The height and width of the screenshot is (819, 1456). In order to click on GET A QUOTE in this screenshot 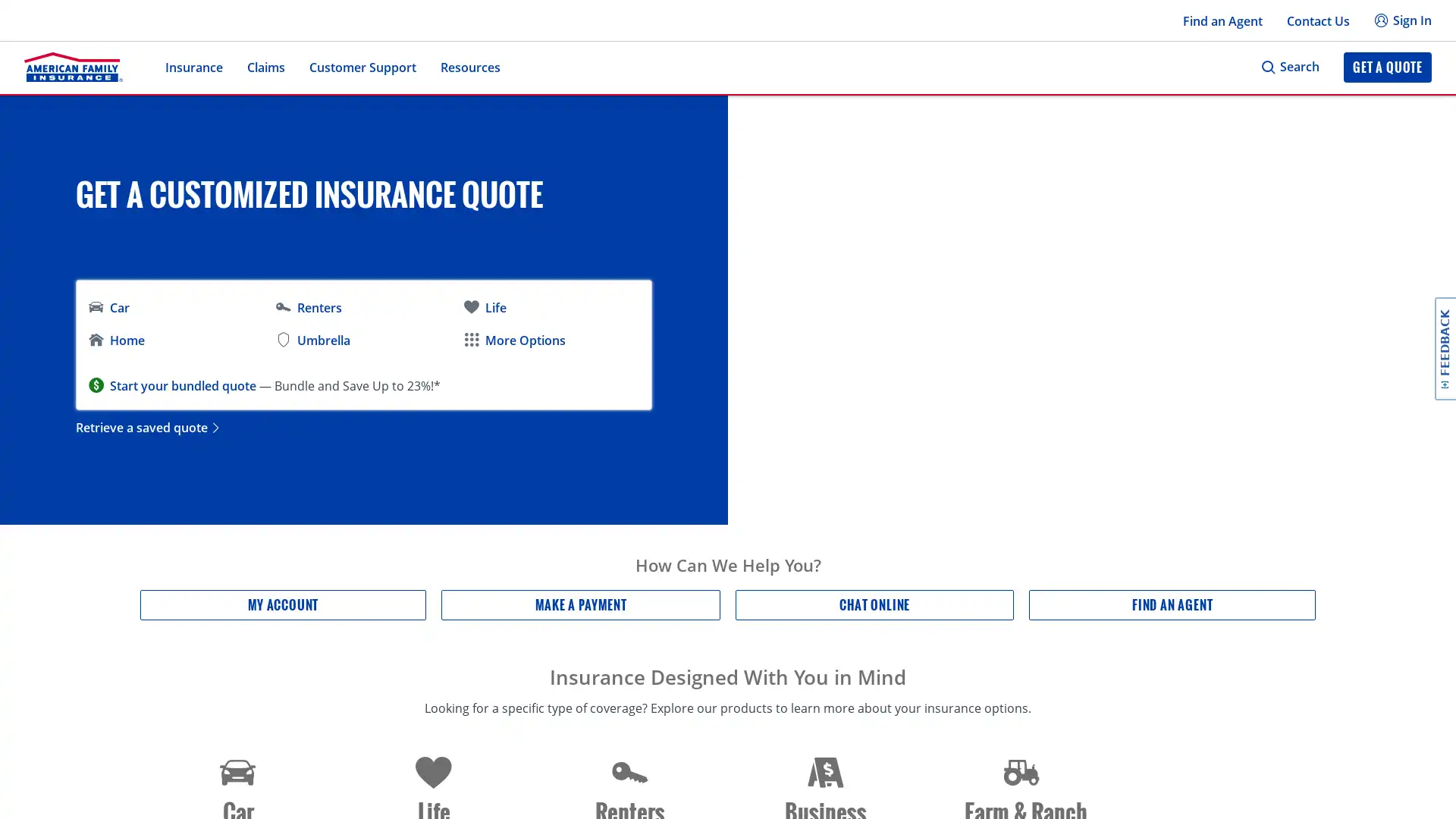, I will do `click(1387, 66)`.